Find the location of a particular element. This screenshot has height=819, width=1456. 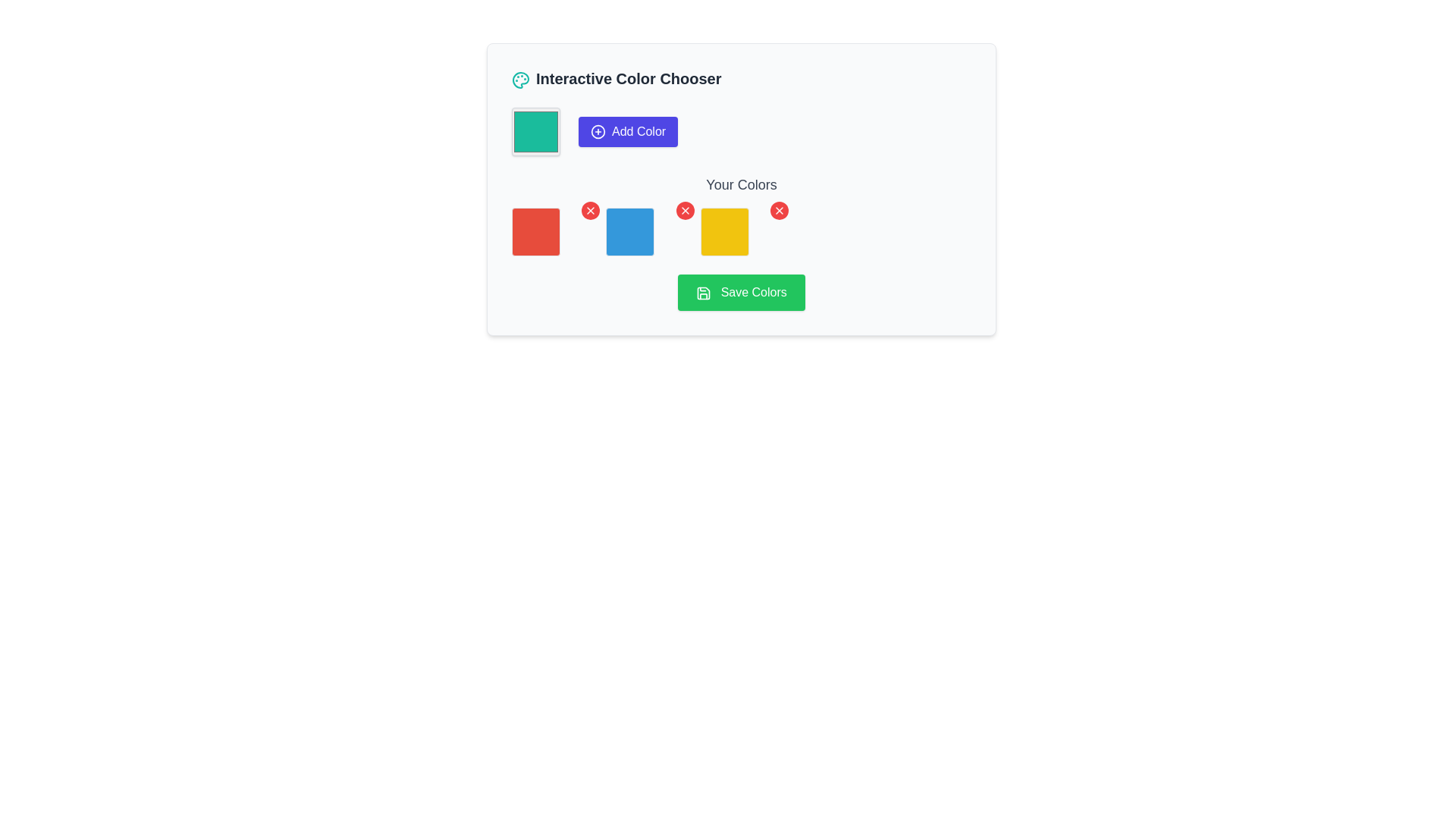

the 'X' icon within the red circular button is located at coordinates (684, 210).